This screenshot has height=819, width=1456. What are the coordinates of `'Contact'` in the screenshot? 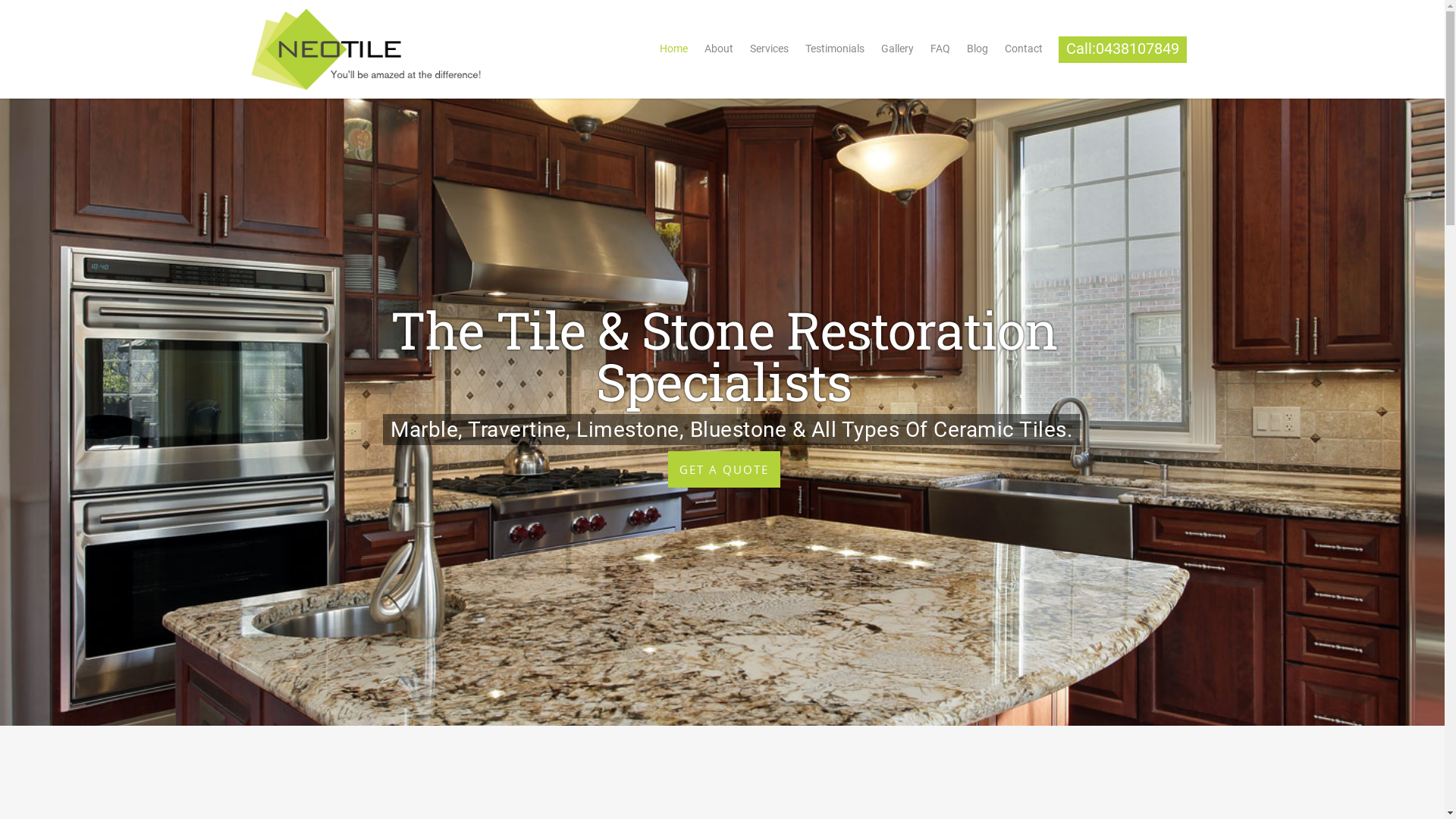 It's located at (1023, 52).